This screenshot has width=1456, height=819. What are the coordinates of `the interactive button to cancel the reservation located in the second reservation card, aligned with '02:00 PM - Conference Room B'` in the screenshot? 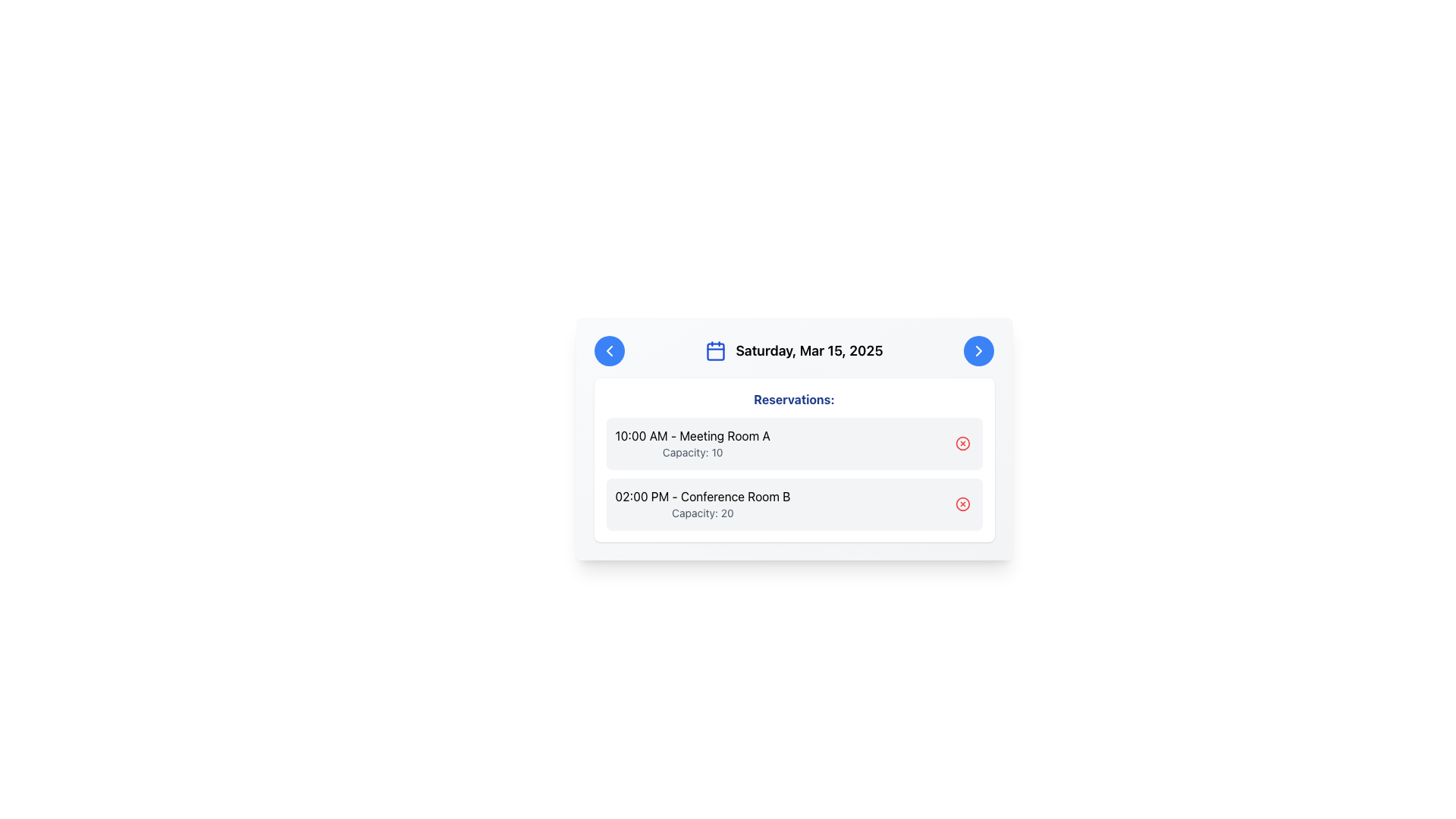 It's located at (962, 504).